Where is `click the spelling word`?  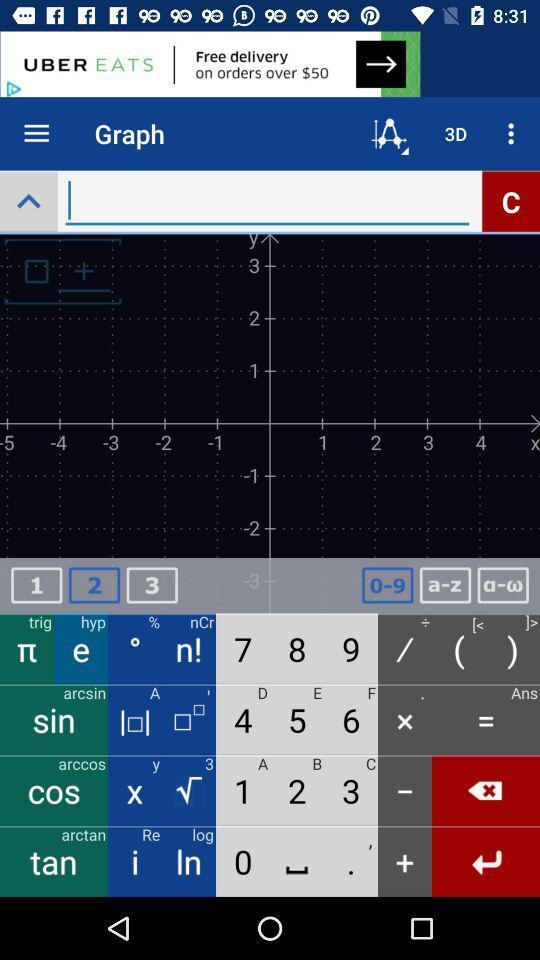
click the spelling word is located at coordinates (502, 585).